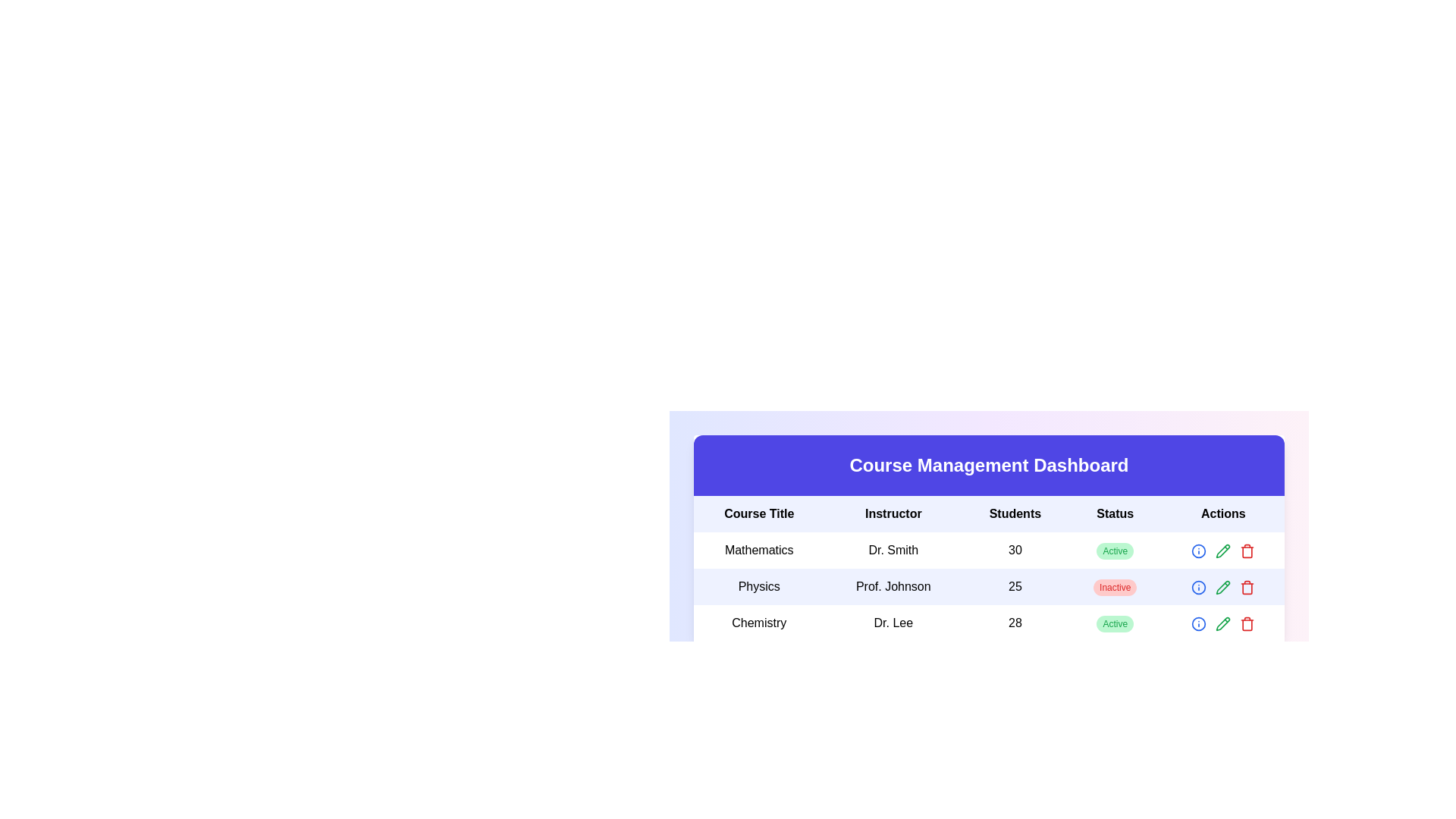 This screenshot has width=1456, height=819. I want to click on the red trash can icon button located in the 'Actions' column of the 'Chemistry' row, so click(1247, 623).